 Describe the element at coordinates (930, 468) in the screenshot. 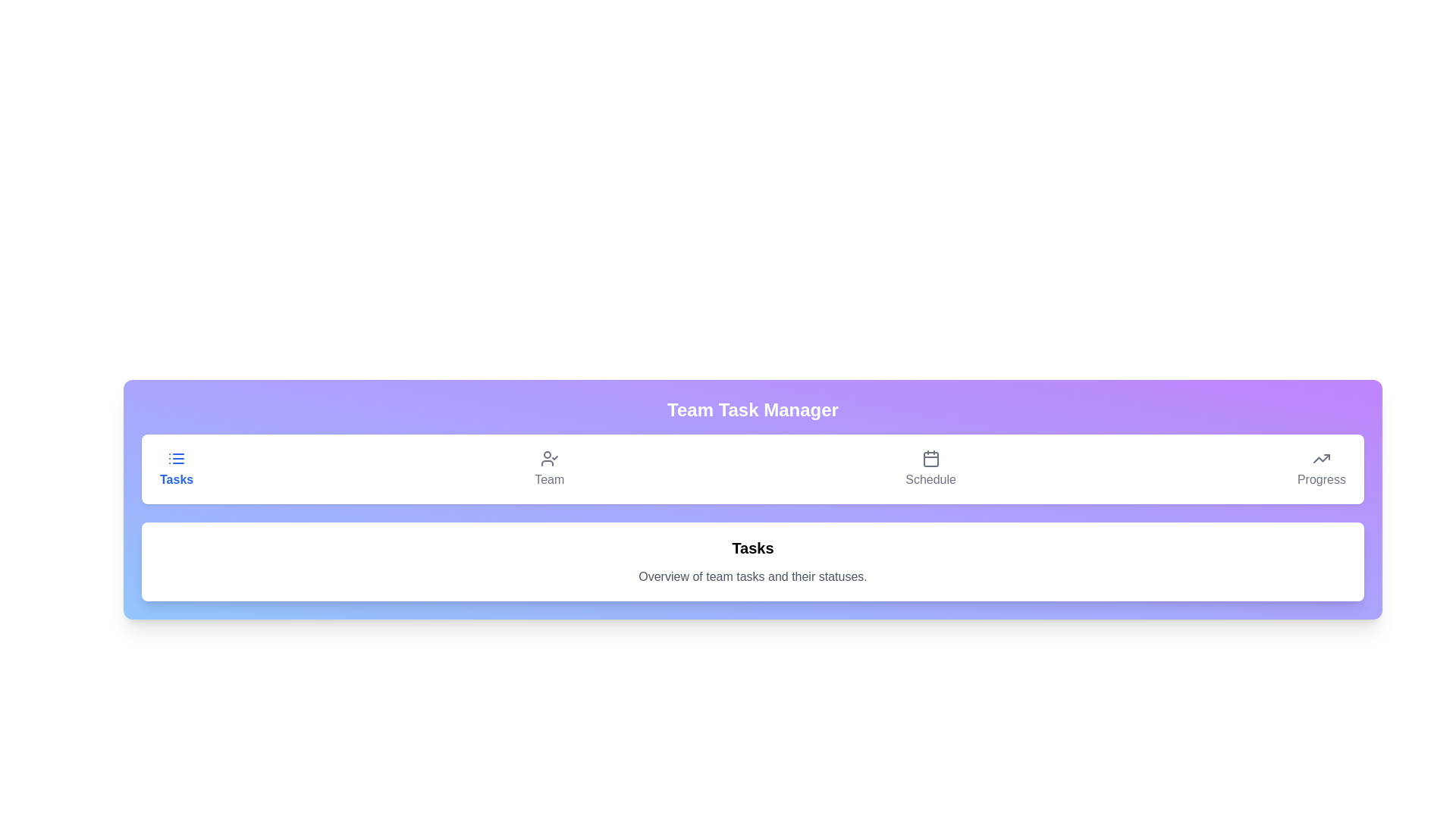

I see `the interactive button with a calendar icon and the text 'Schedule' located in the top navigation bar, positioned between the 'Team' and 'Progress' elements` at that location.